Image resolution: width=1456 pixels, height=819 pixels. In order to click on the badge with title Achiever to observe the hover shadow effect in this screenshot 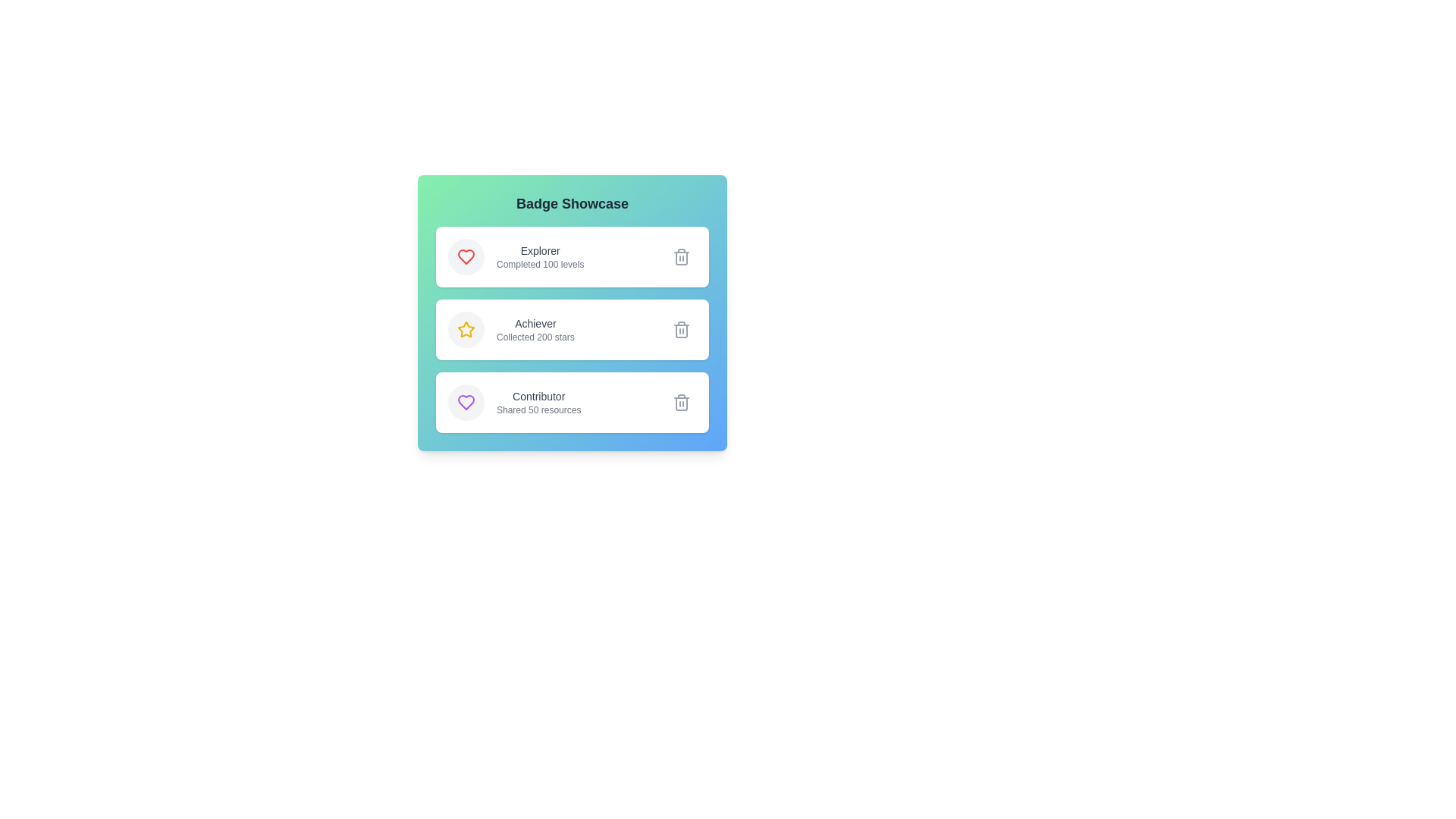, I will do `click(571, 329)`.